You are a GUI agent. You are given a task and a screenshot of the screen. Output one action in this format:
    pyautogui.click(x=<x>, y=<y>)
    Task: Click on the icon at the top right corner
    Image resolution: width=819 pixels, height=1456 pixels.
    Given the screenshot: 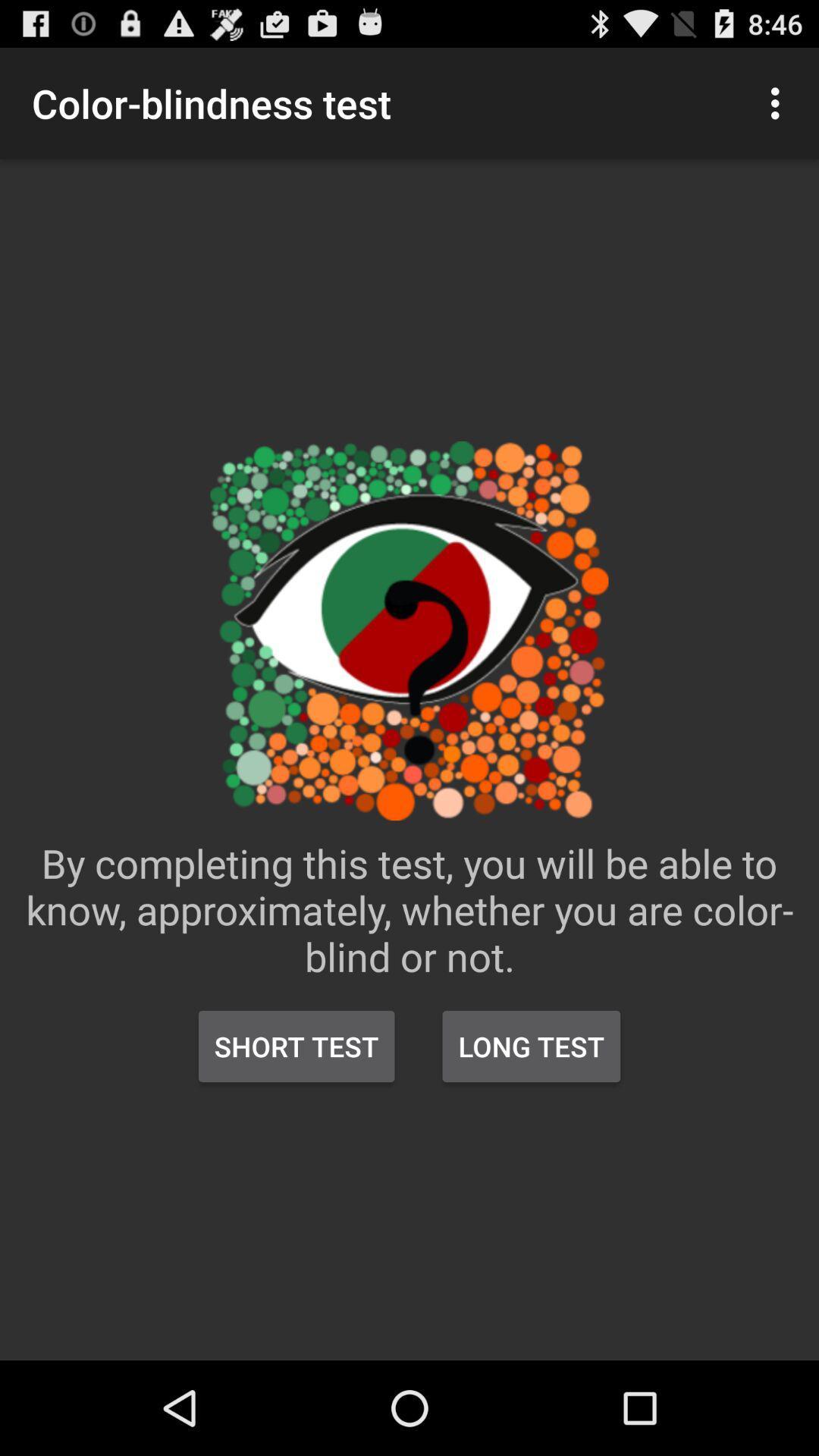 What is the action you would take?
    pyautogui.click(x=779, y=102)
    